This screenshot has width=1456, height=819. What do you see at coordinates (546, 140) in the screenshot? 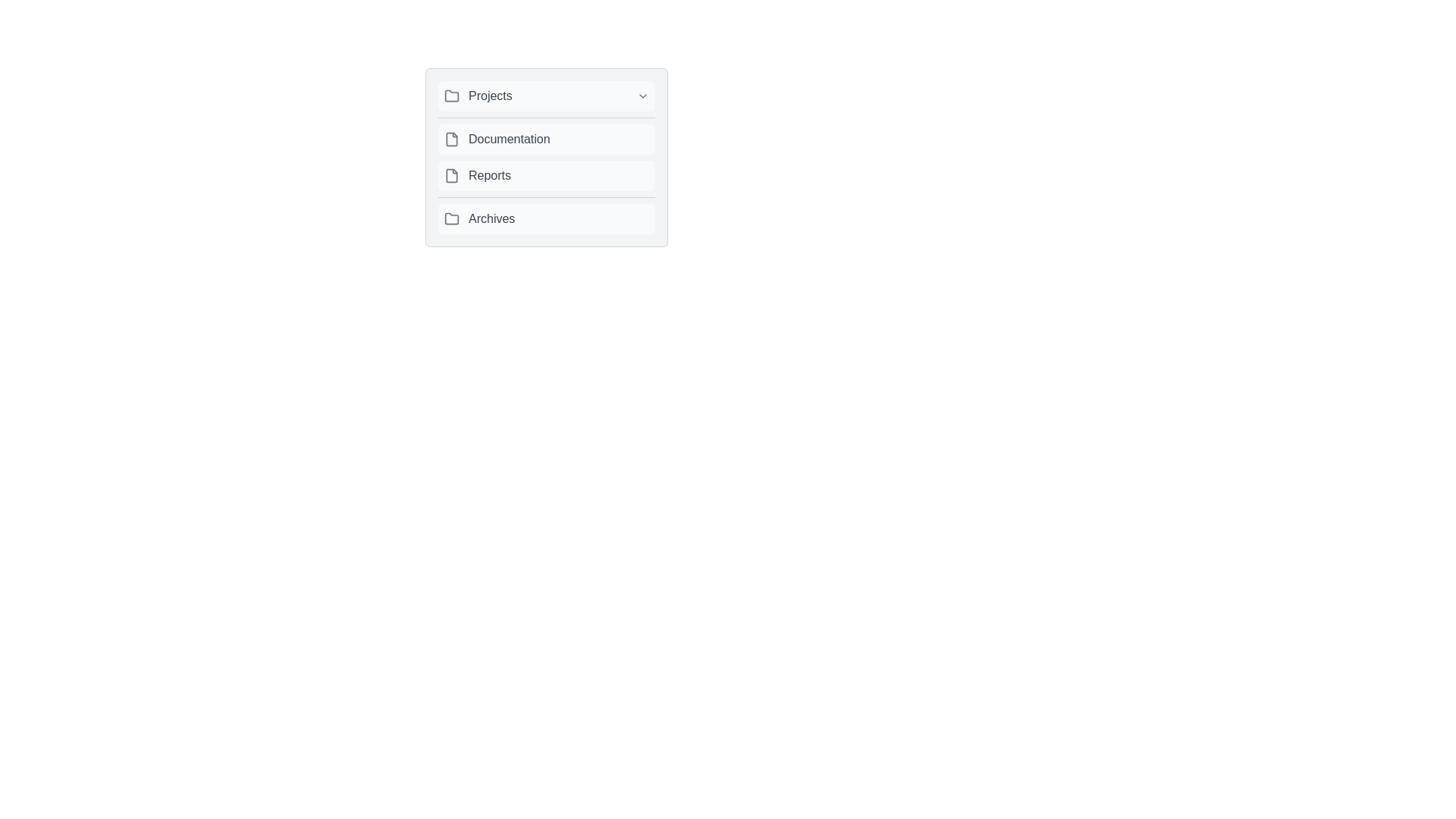
I see `the 'Documentation' menu item, which has a light gray background, rounded corners, and a document file icon to the left of the text styled in darker gray and bold font` at bounding box center [546, 140].